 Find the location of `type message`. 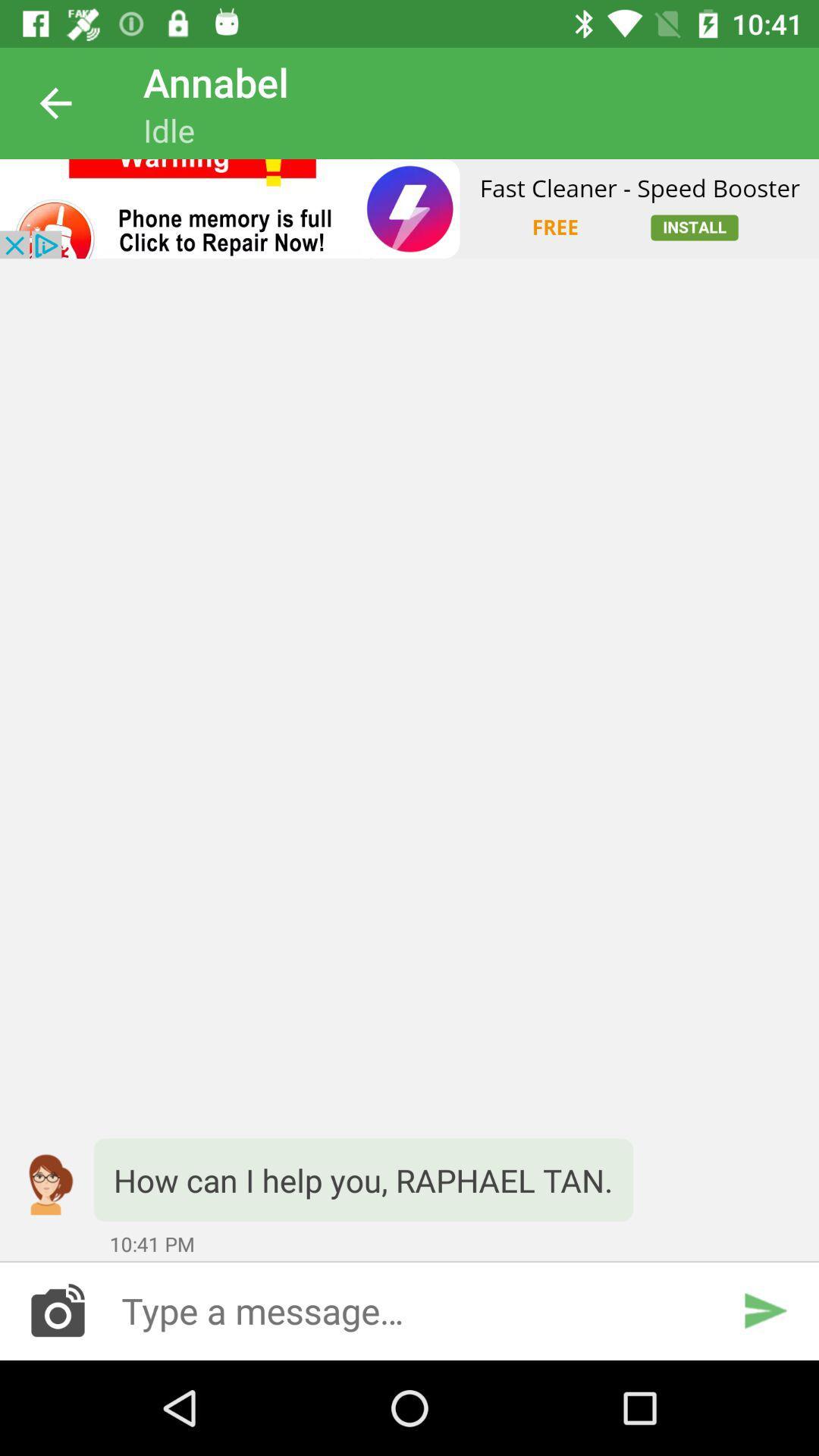

type message is located at coordinates (409, 1310).